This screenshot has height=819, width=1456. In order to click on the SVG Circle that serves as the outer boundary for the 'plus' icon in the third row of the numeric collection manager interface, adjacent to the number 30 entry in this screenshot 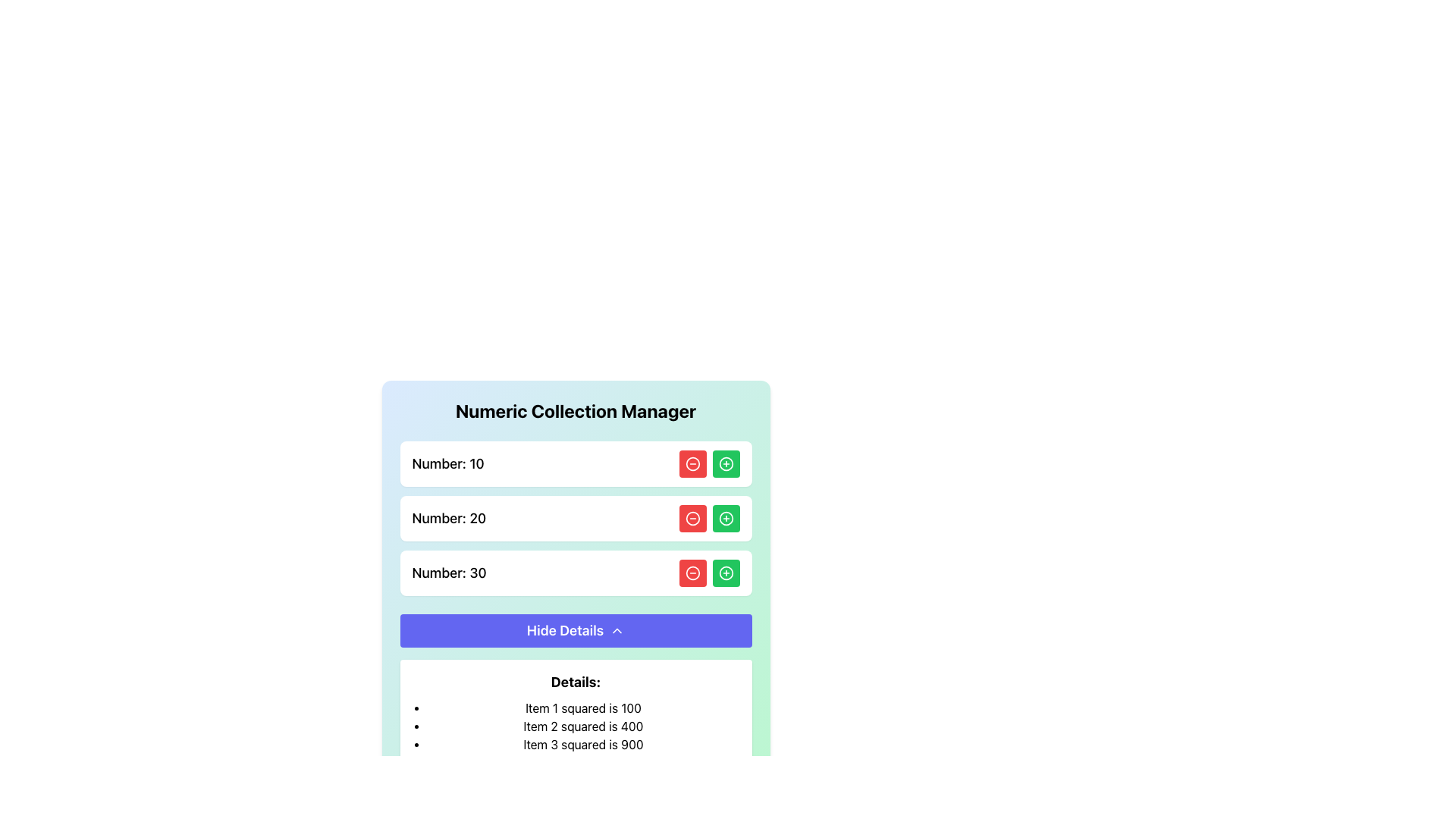, I will do `click(725, 573)`.